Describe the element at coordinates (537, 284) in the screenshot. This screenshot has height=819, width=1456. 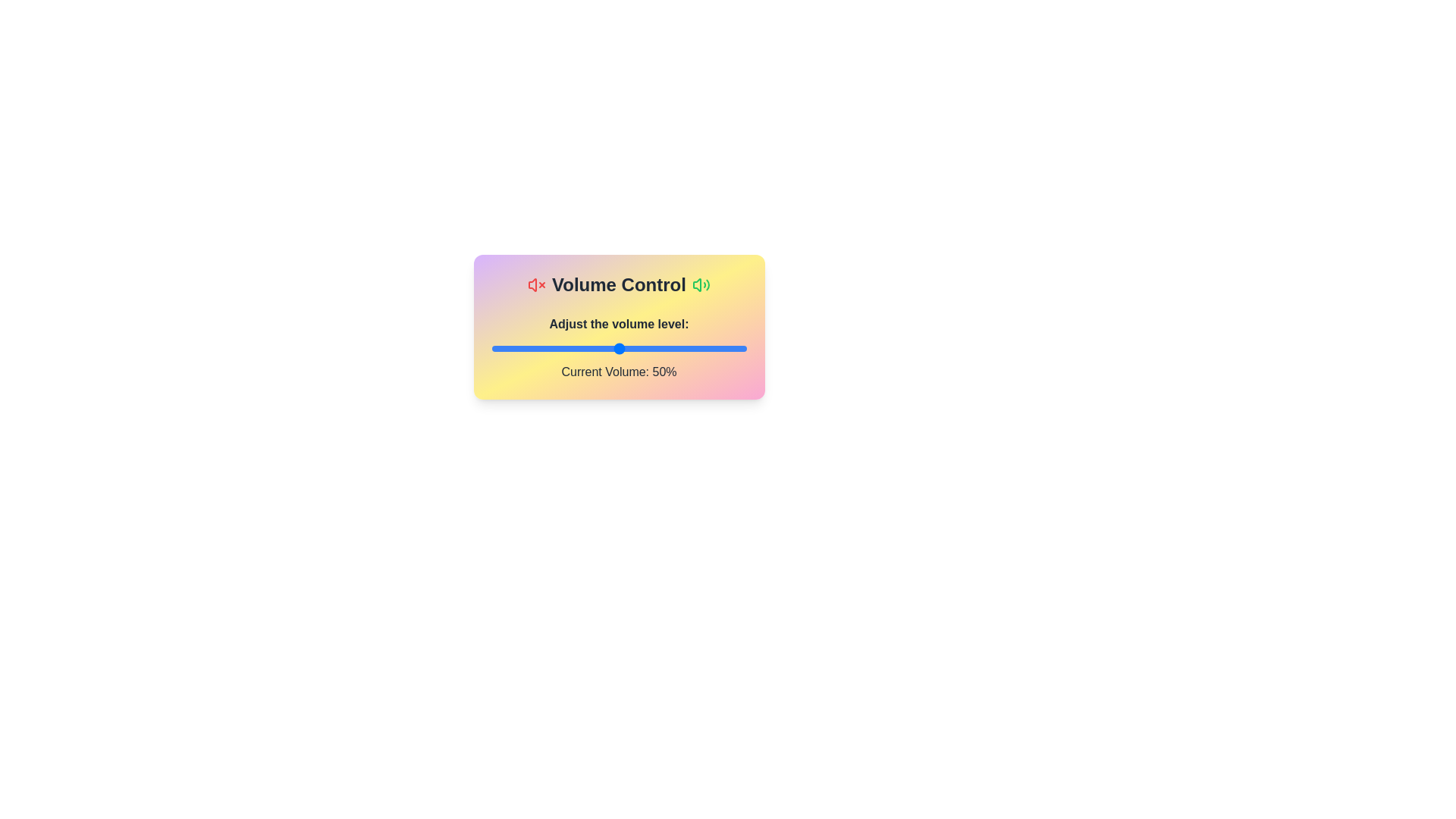
I see `the mute volume icon` at that location.